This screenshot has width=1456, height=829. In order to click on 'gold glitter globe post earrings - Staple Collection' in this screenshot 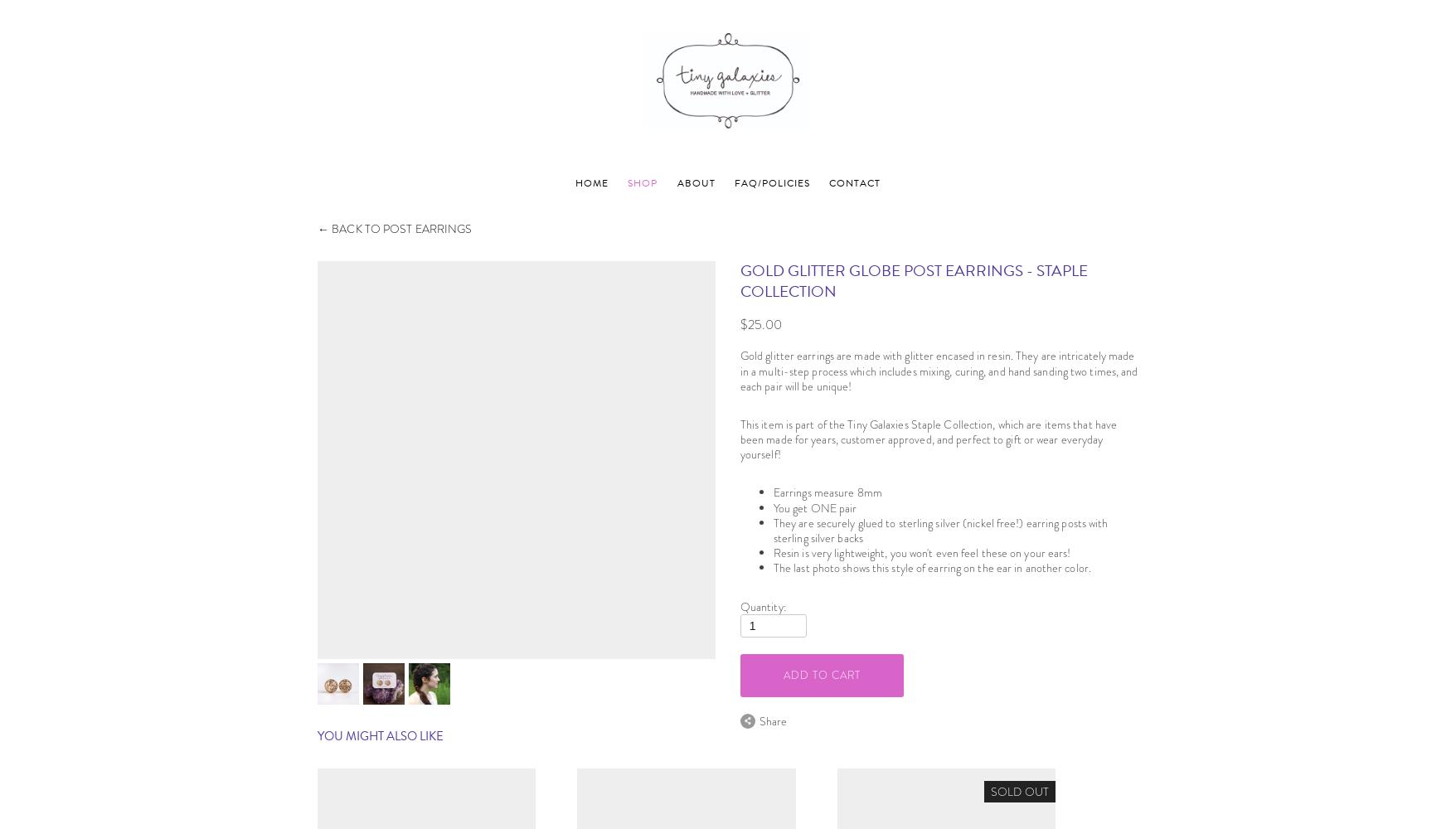, I will do `click(913, 279)`.